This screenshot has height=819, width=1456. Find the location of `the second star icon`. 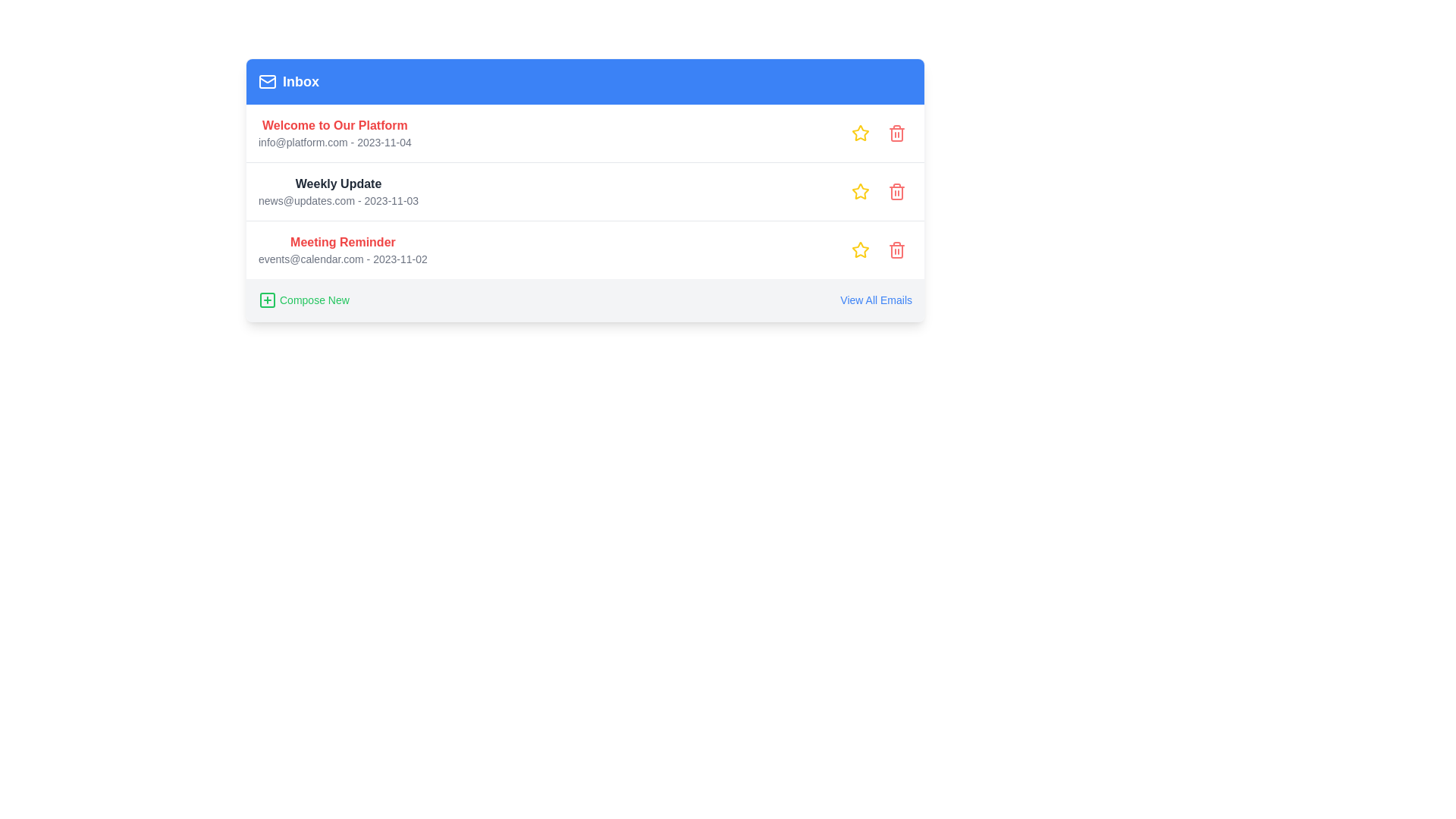

the second star icon is located at coordinates (860, 191).